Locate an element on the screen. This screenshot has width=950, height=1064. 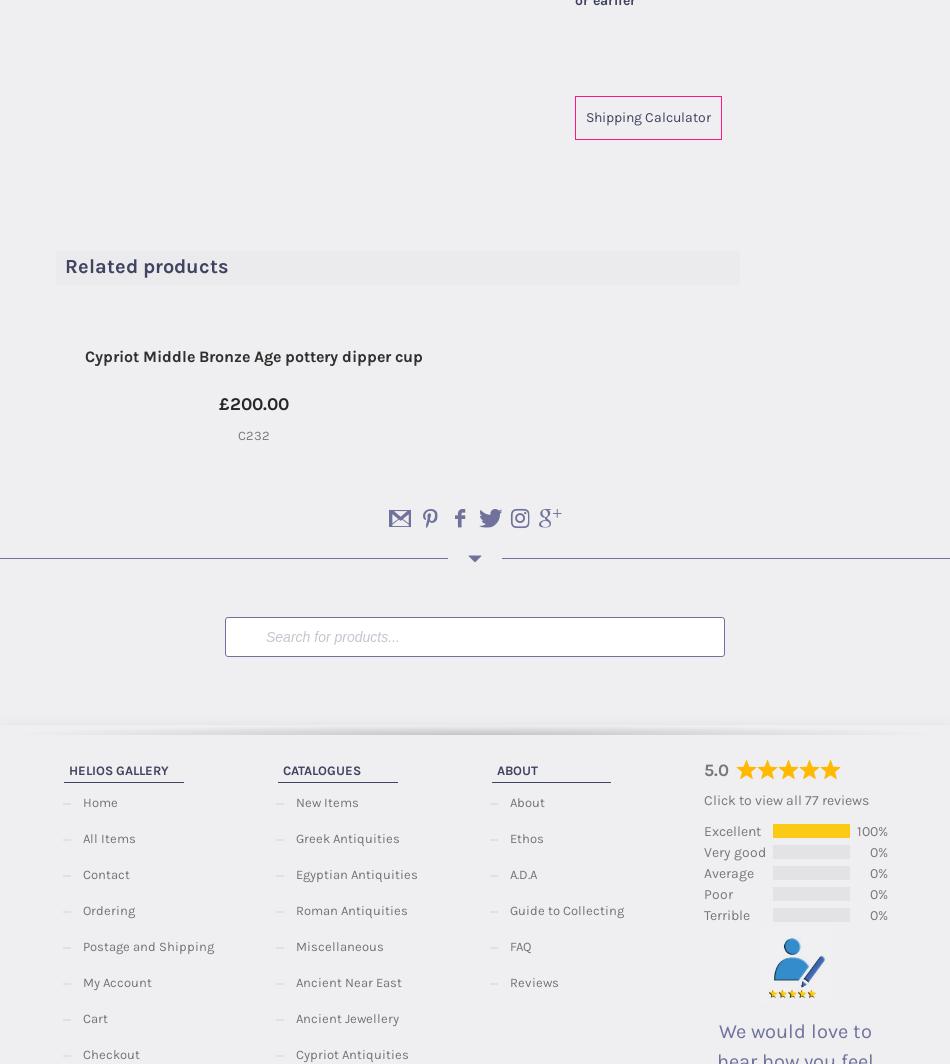
'Category:' is located at coordinates (602, 72).